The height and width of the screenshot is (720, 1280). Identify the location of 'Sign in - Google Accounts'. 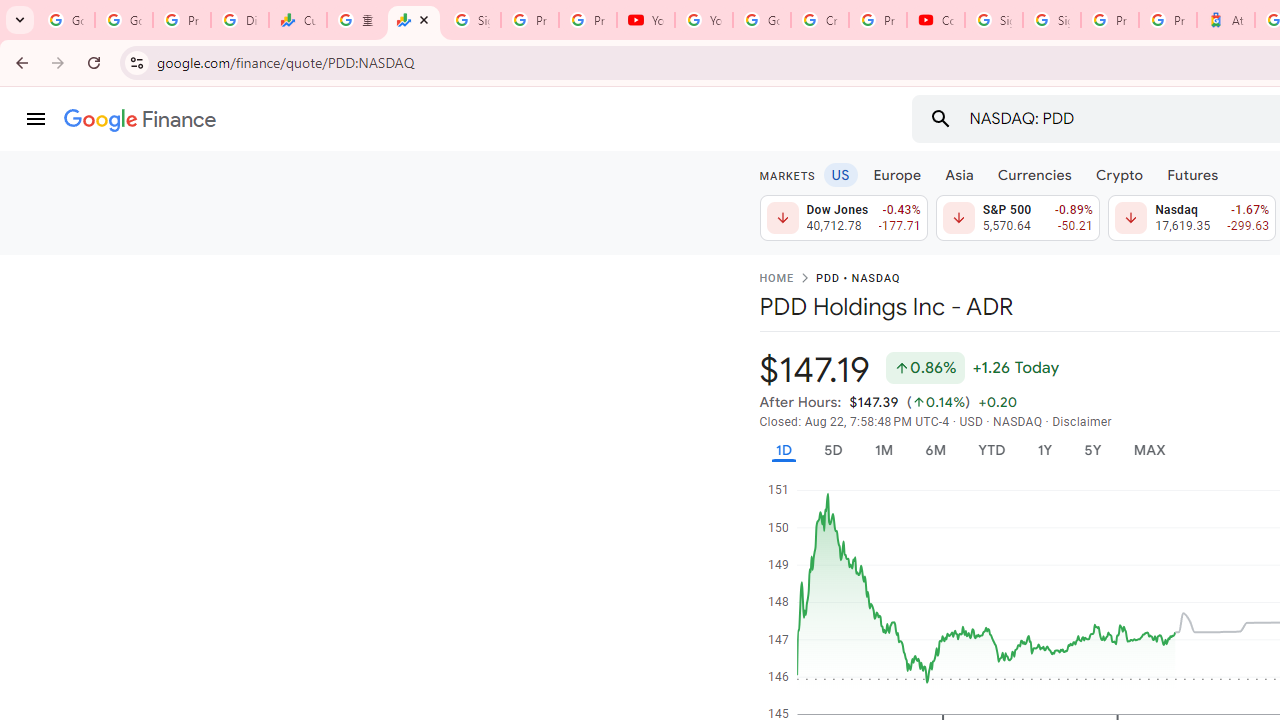
(993, 20).